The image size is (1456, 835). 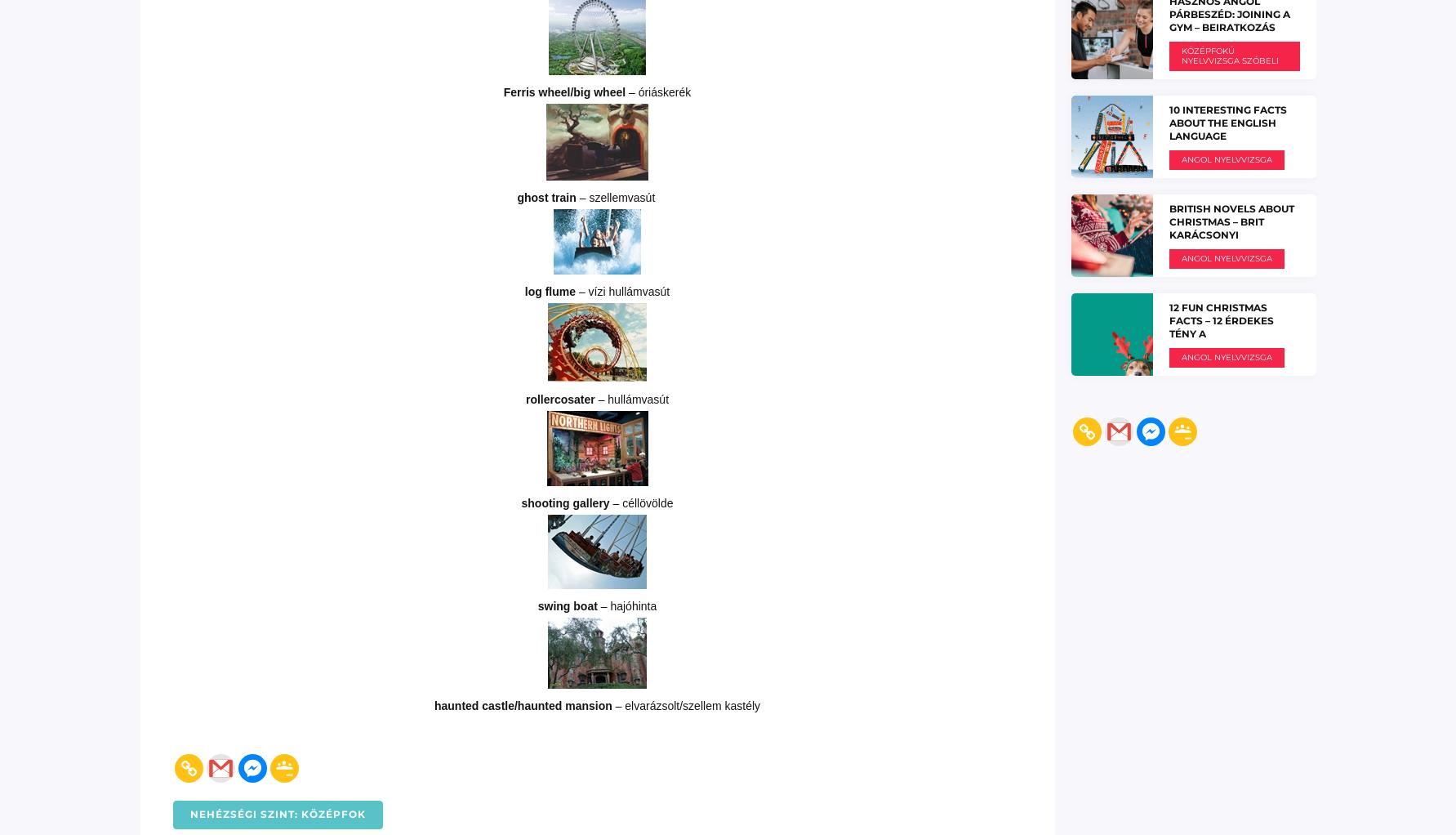 What do you see at coordinates (561, 399) in the screenshot?
I see `'rollercosater'` at bounding box center [561, 399].